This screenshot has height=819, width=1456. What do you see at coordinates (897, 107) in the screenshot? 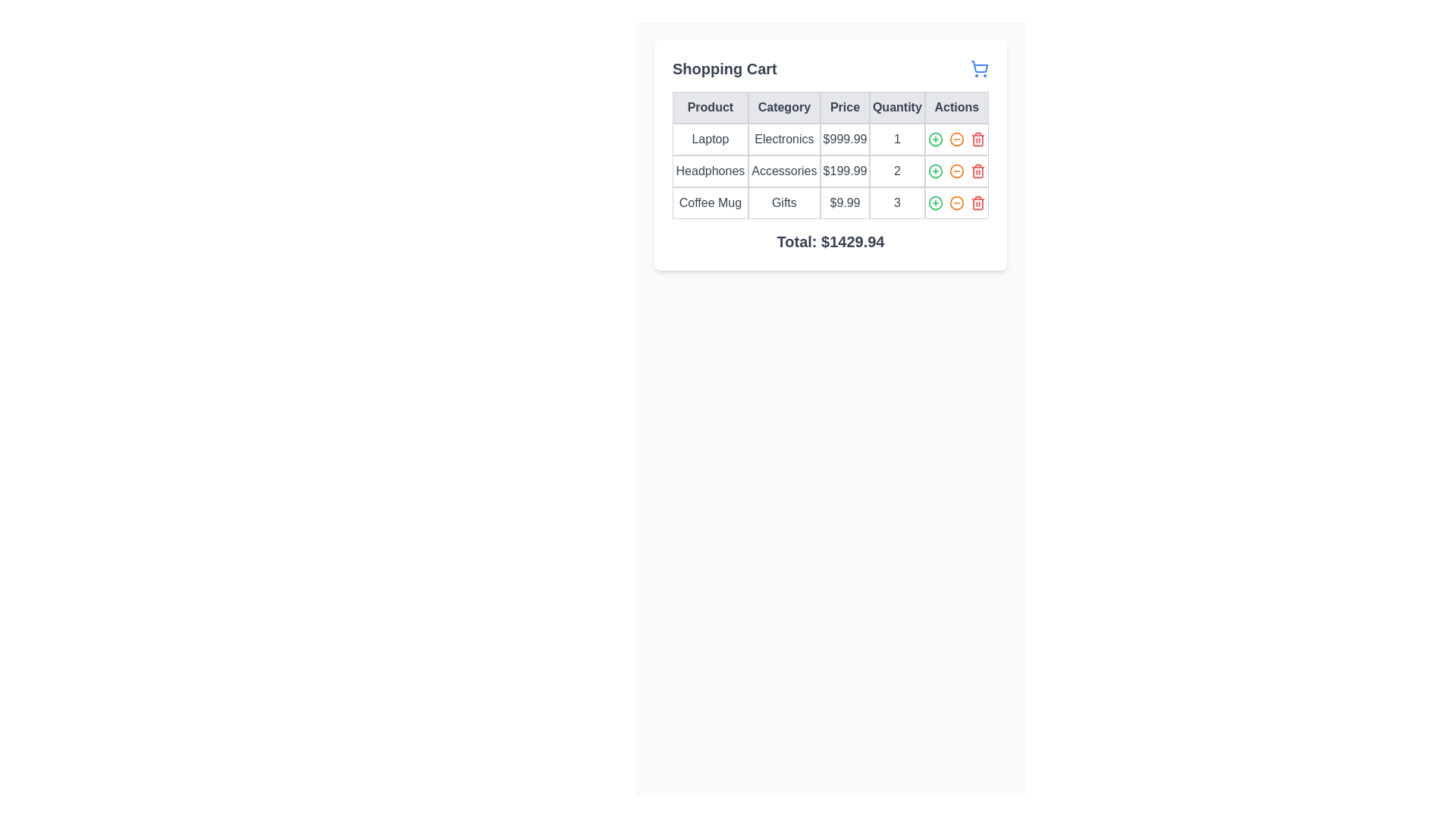
I see `the 'Quantity' label in the 'Shopping Cart' table, which is the fourth column header following 'Product', 'Category', and 'Price'` at bounding box center [897, 107].